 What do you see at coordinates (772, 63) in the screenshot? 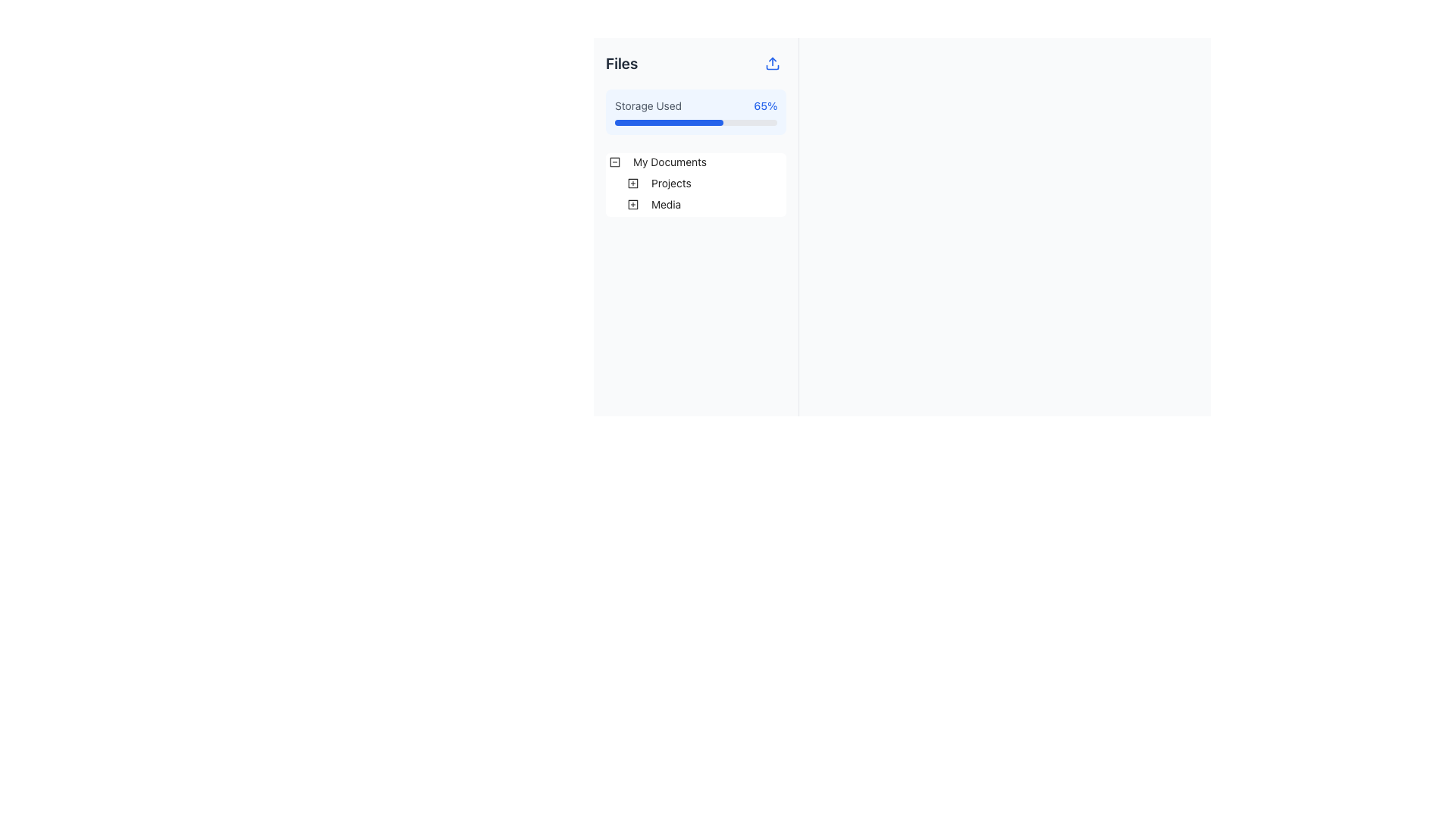
I see `the 'Upload' icon located at the top right corner of the 'Files' panel to initiate the file upload process` at bounding box center [772, 63].